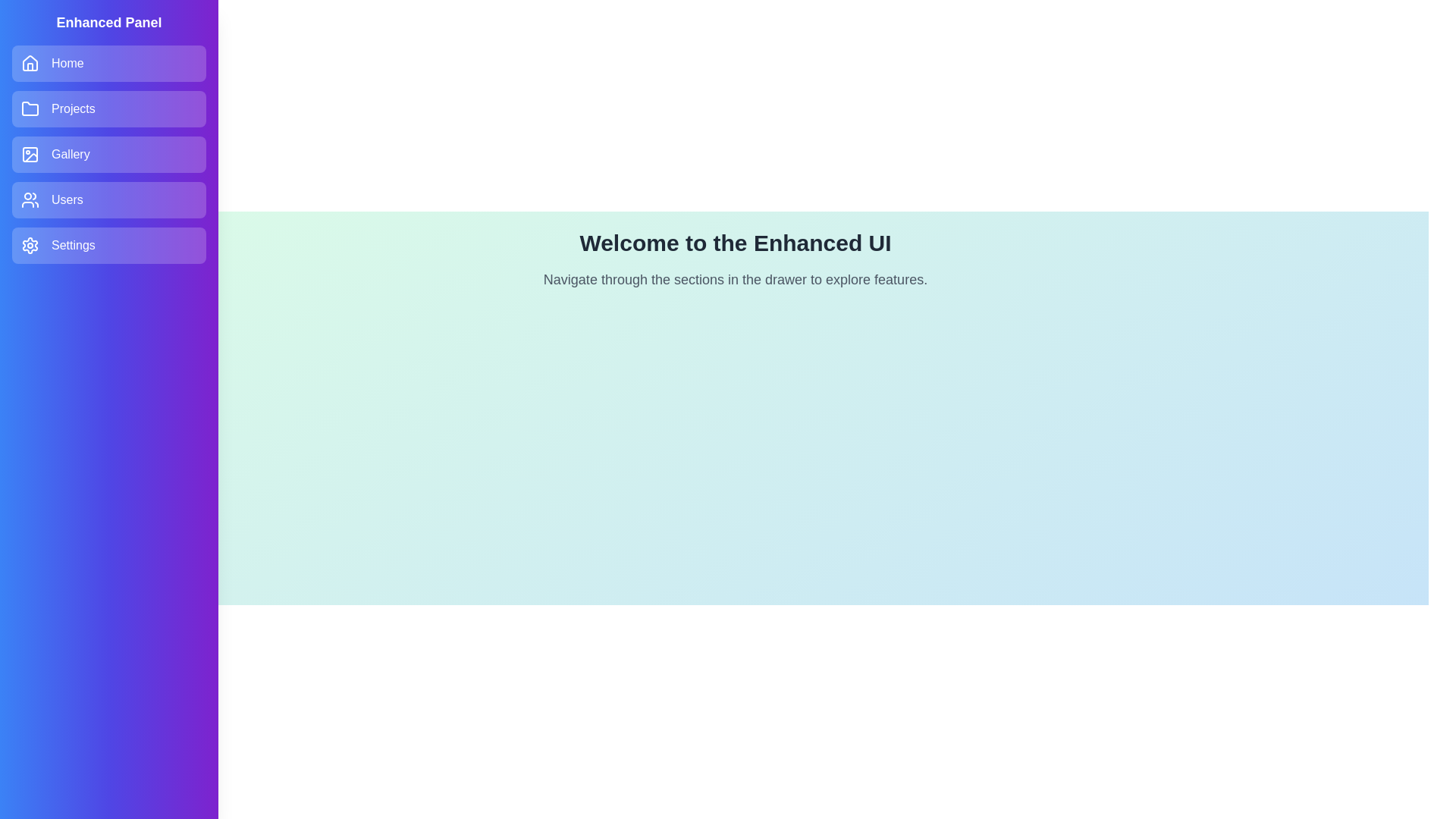 Image resolution: width=1456 pixels, height=819 pixels. Describe the element at coordinates (108, 63) in the screenshot. I see `the Home section in the drawer` at that location.